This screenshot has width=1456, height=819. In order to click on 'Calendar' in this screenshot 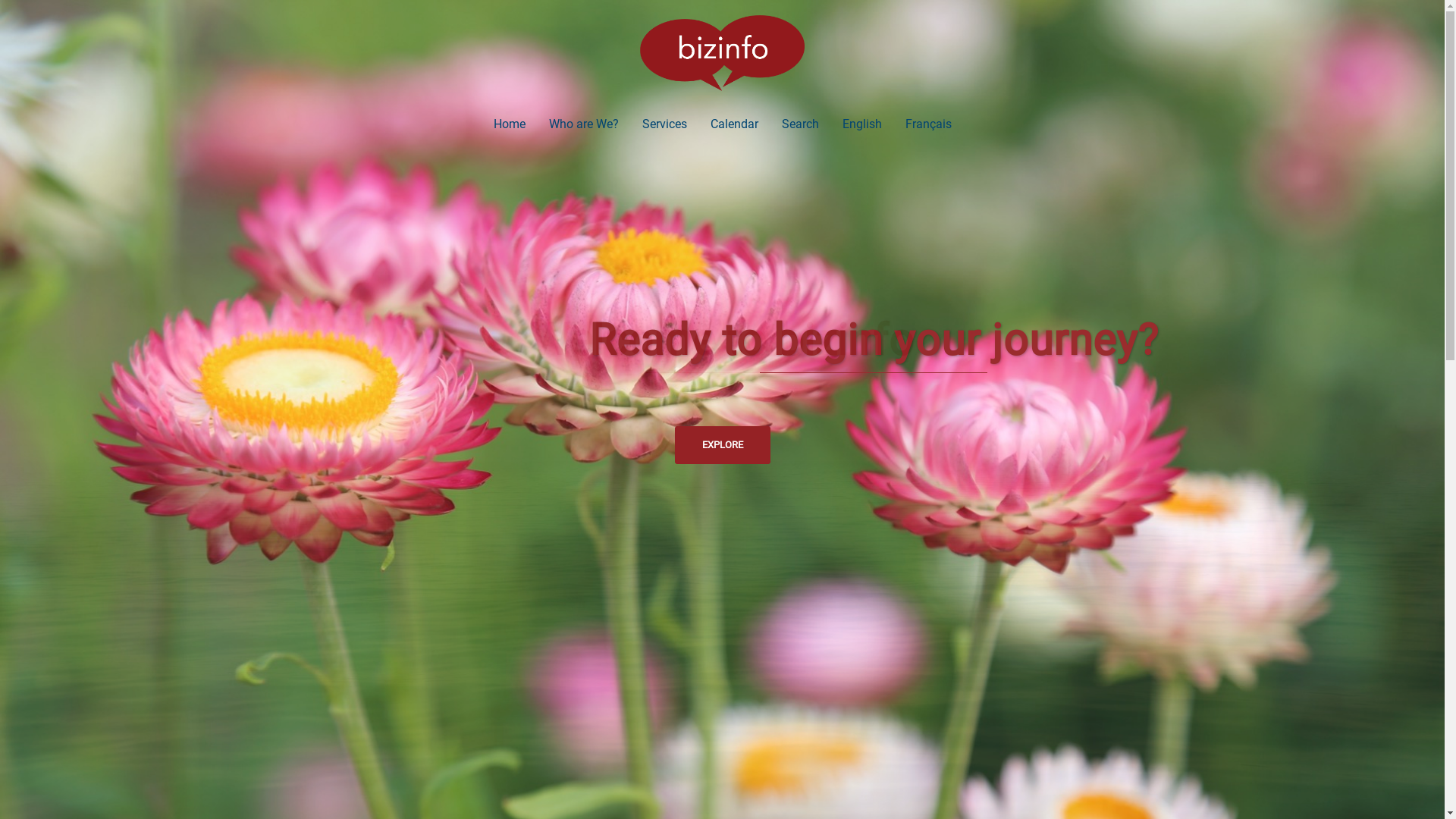, I will do `click(733, 123)`.